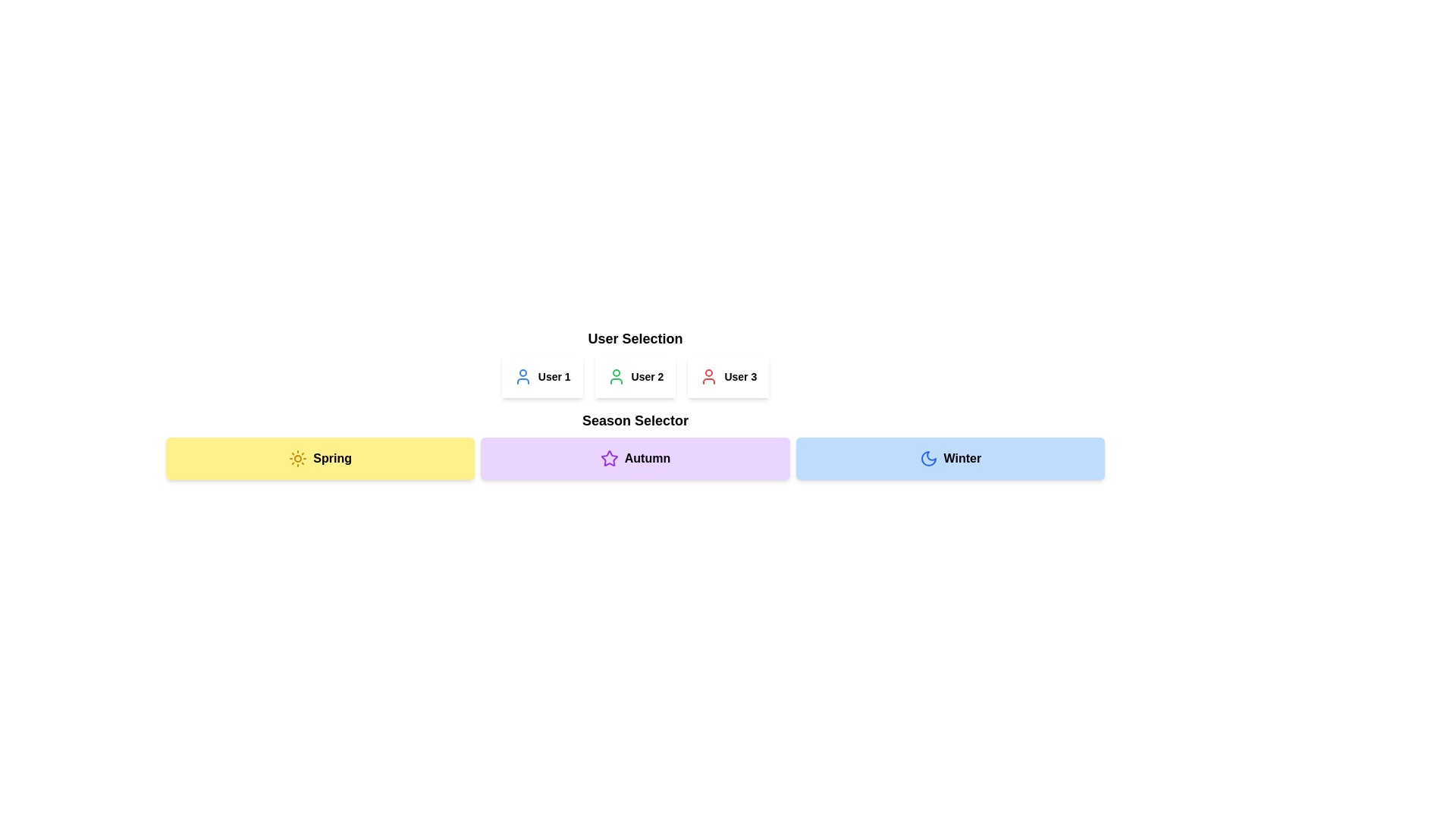 This screenshot has height=819, width=1456. Describe the element at coordinates (298, 458) in the screenshot. I see `the 'Spring' season icon located within the yellow box labeled 'Spring' at the bottom of the interface` at that location.